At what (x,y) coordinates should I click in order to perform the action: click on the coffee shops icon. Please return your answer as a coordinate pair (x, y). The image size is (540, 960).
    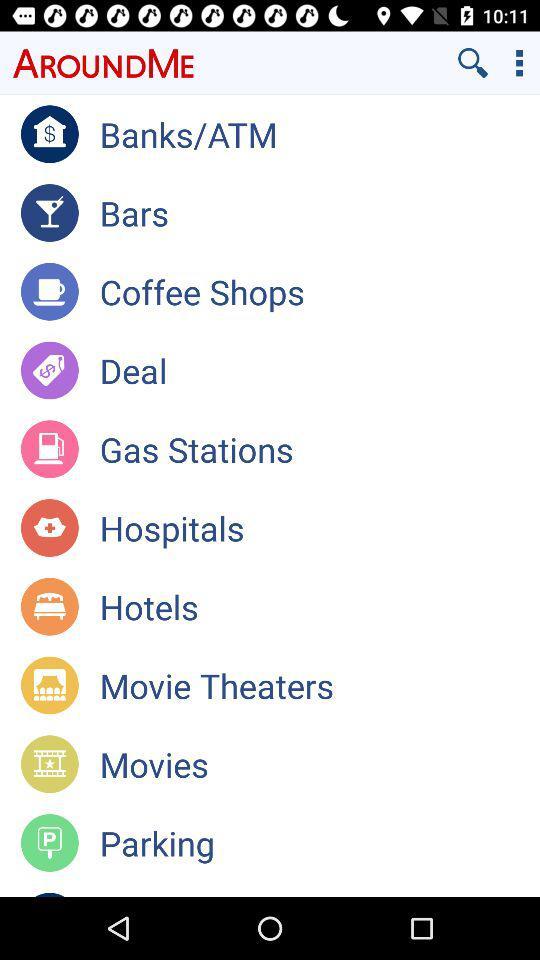
    Looking at the image, I should click on (319, 290).